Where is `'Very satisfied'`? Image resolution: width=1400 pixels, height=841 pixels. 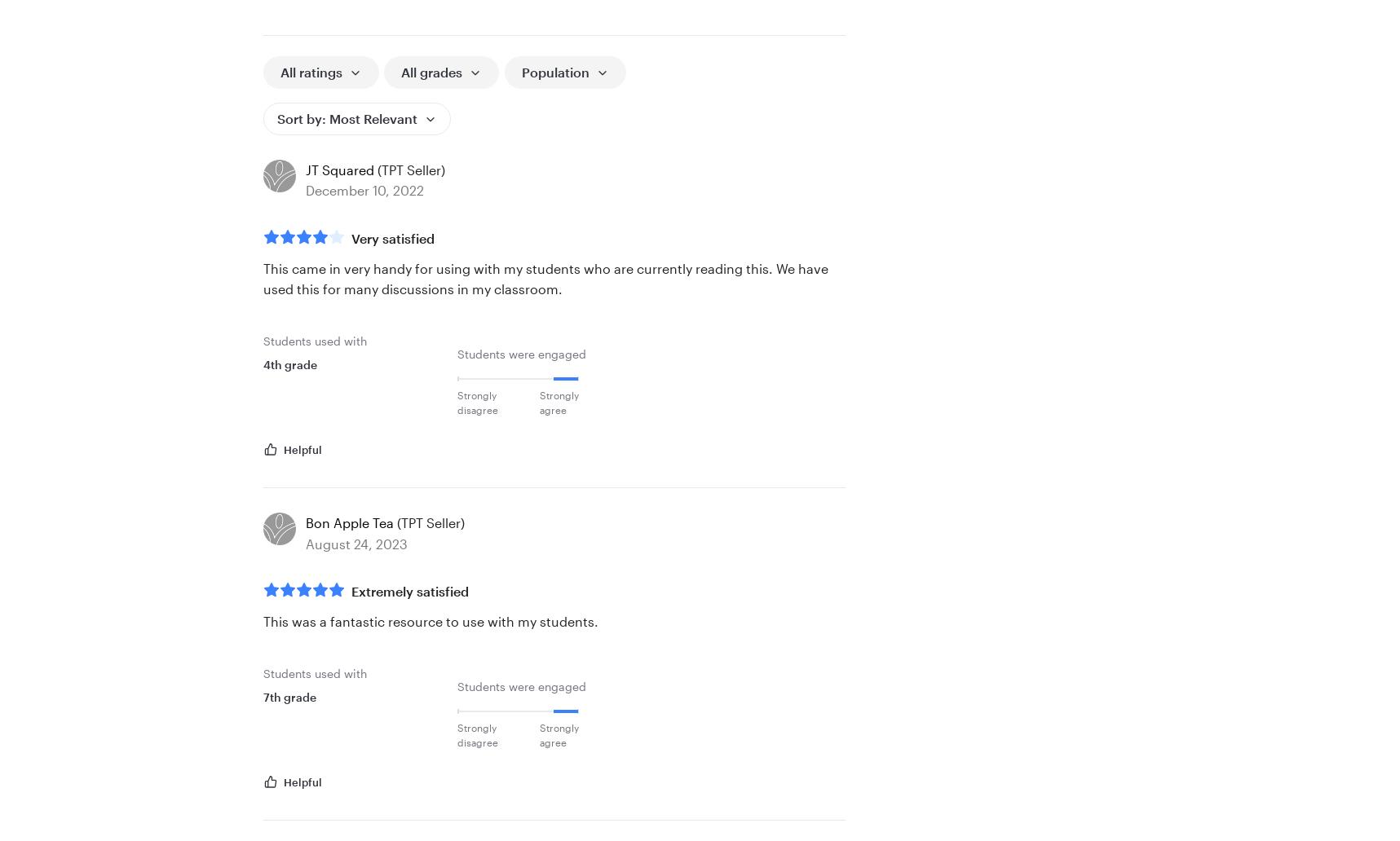
'Very satisfied' is located at coordinates (391, 237).